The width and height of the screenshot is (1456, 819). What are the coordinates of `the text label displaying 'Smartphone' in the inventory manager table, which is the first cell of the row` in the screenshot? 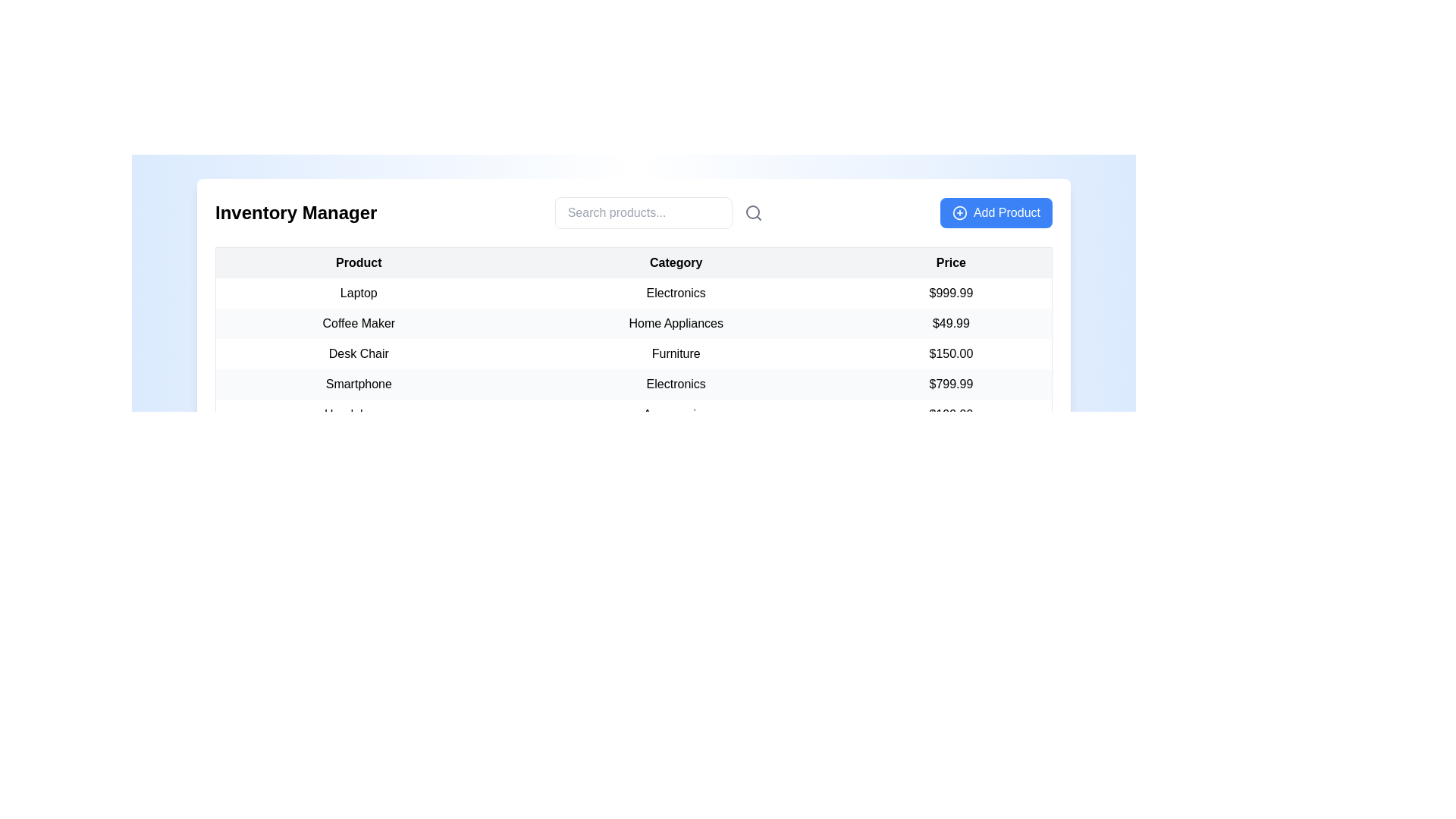 It's located at (358, 383).